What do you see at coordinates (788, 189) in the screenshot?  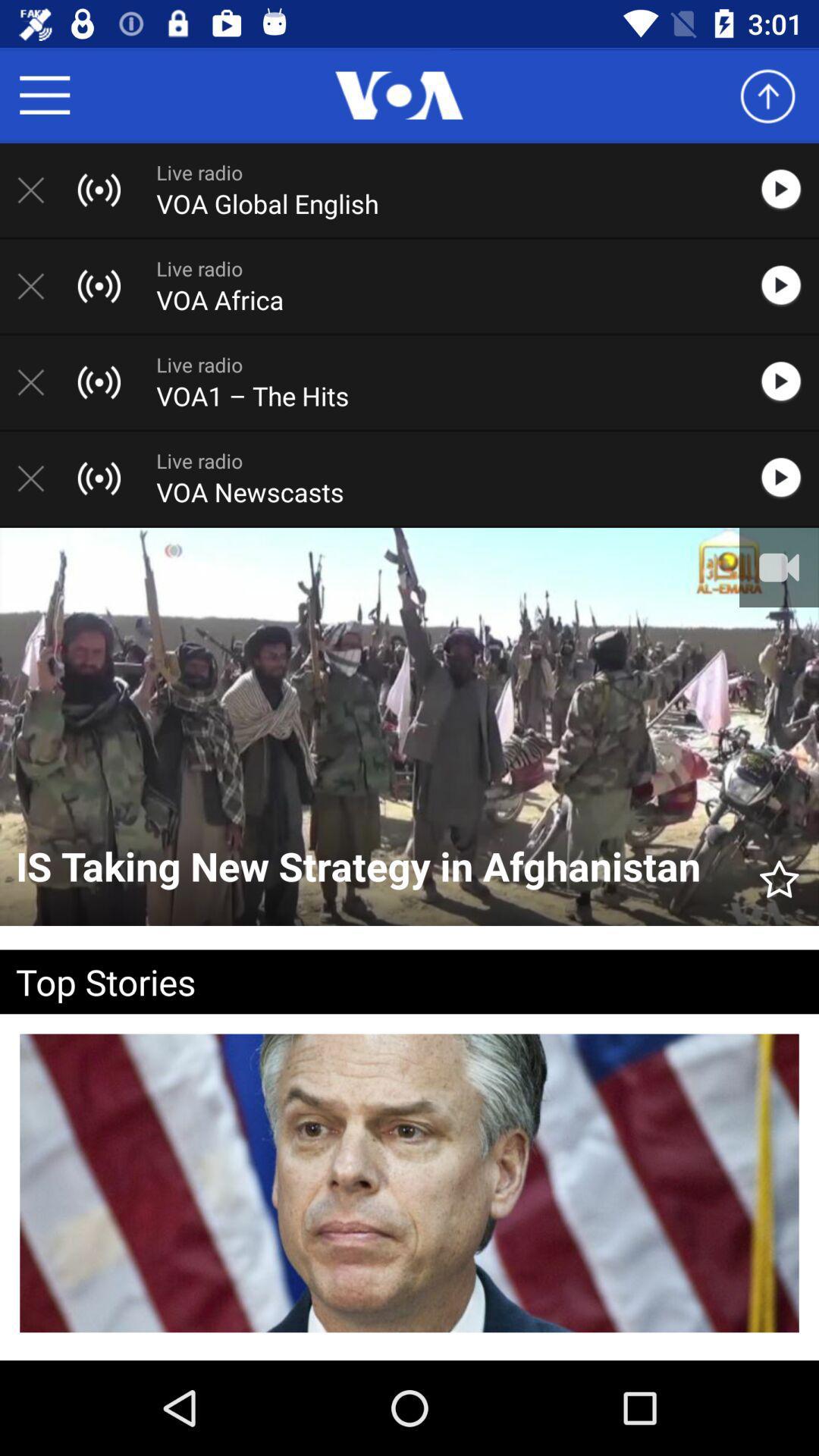 I see `audio` at bounding box center [788, 189].